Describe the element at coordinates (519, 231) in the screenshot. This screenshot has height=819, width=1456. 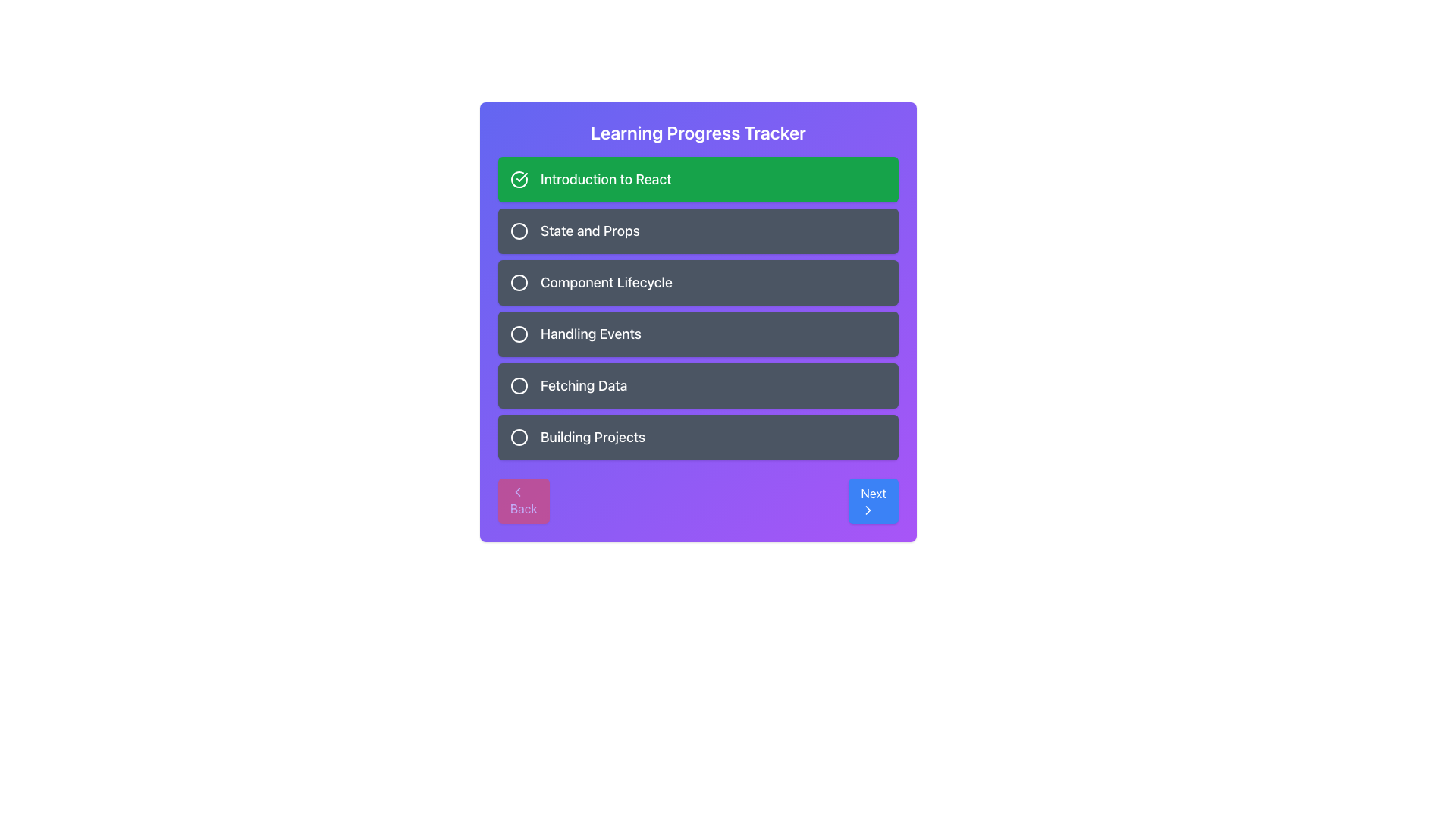
I see `the SVG circle graphical element indicating selection or progress for the second list item labeled 'State and Props' in the learning progress tracker` at that location.